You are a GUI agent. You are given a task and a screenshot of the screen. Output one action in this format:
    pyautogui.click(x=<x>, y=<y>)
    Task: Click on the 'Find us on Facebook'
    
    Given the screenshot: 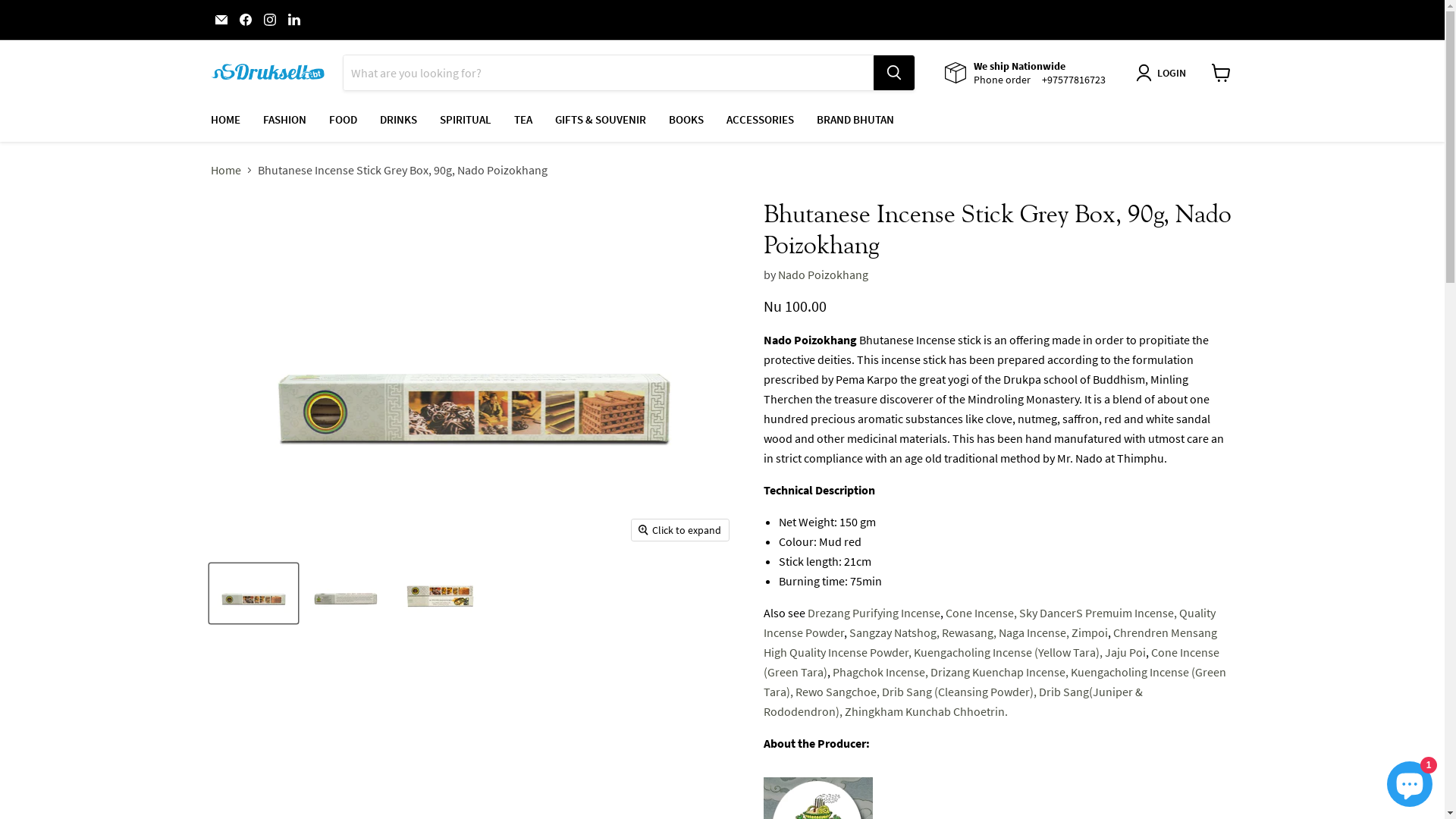 What is the action you would take?
    pyautogui.click(x=234, y=20)
    